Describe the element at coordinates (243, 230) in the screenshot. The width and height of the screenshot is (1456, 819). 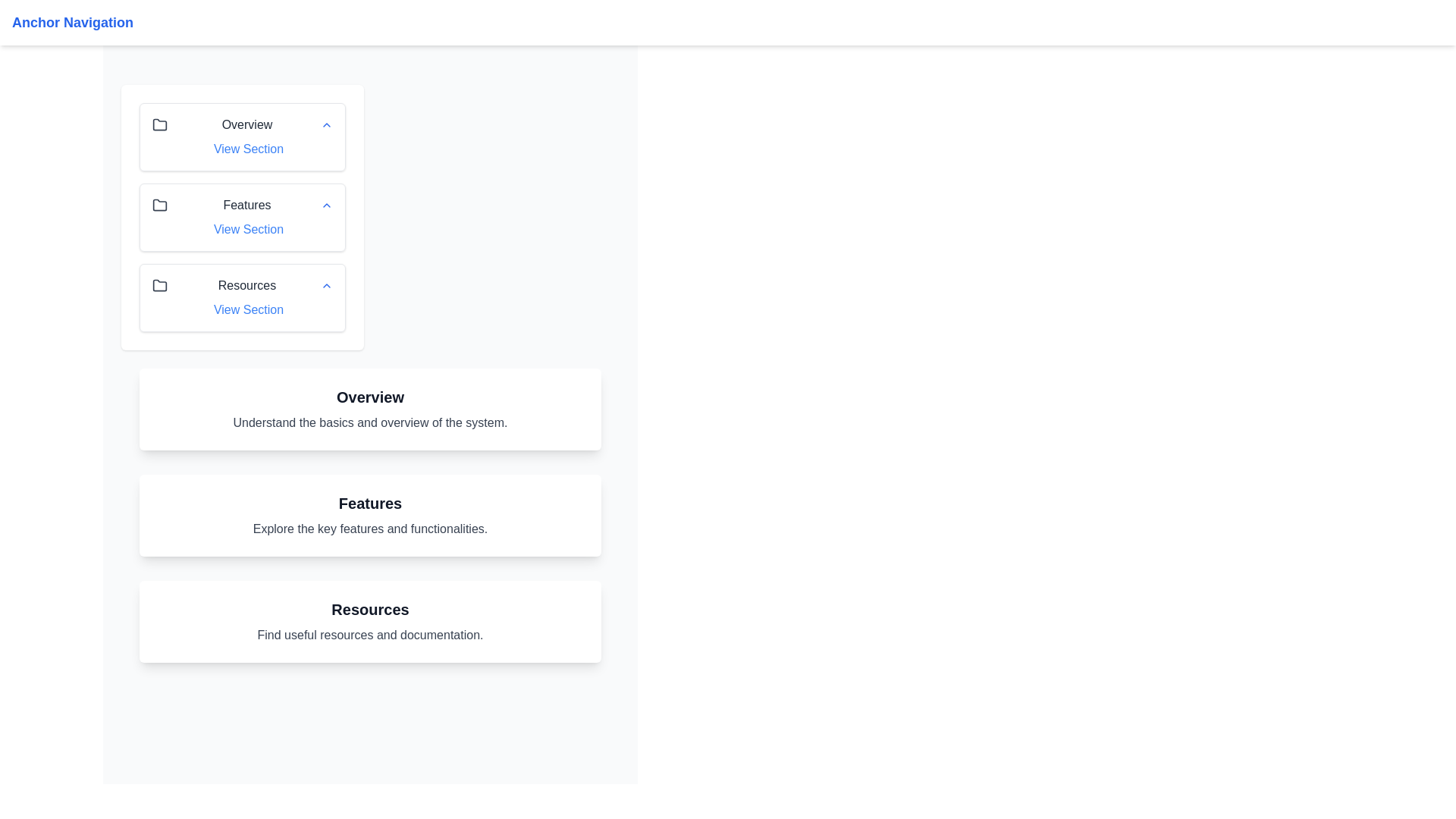
I see `the hyperlink labeled 'View Section' located in the 'Features' section` at that location.